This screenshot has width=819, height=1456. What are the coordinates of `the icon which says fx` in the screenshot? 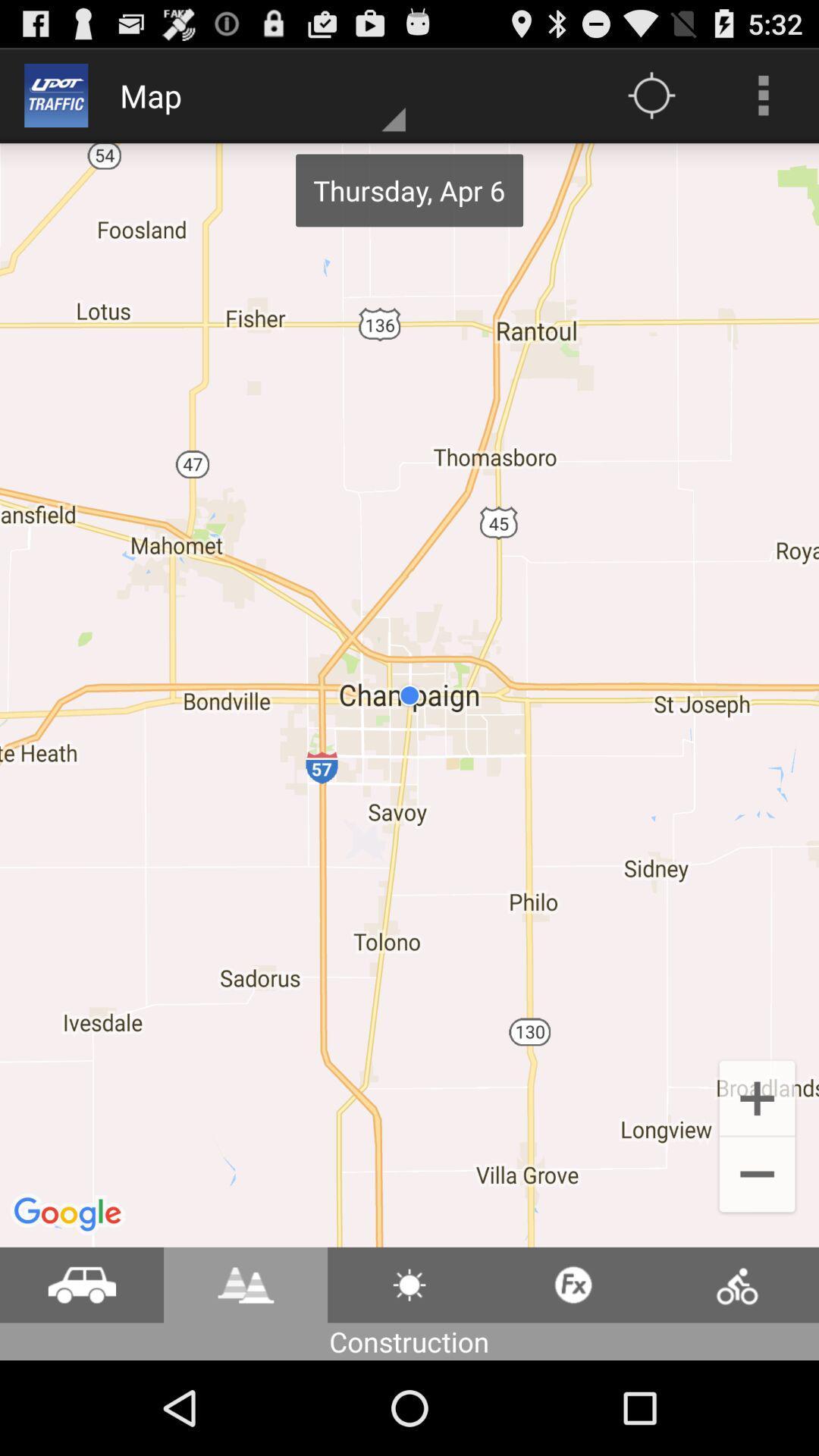 It's located at (573, 1284).